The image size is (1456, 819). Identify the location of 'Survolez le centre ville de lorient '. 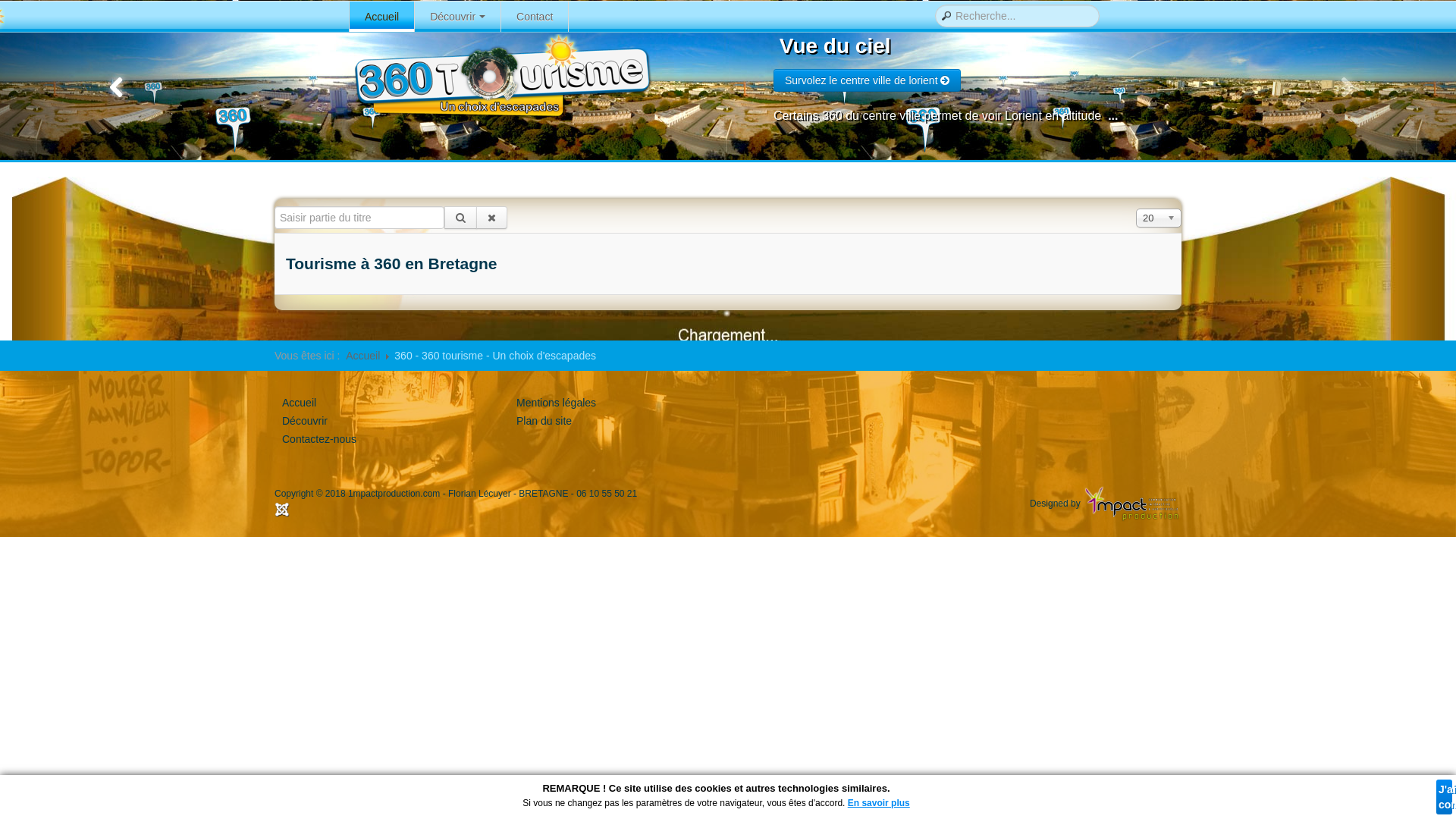
(867, 80).